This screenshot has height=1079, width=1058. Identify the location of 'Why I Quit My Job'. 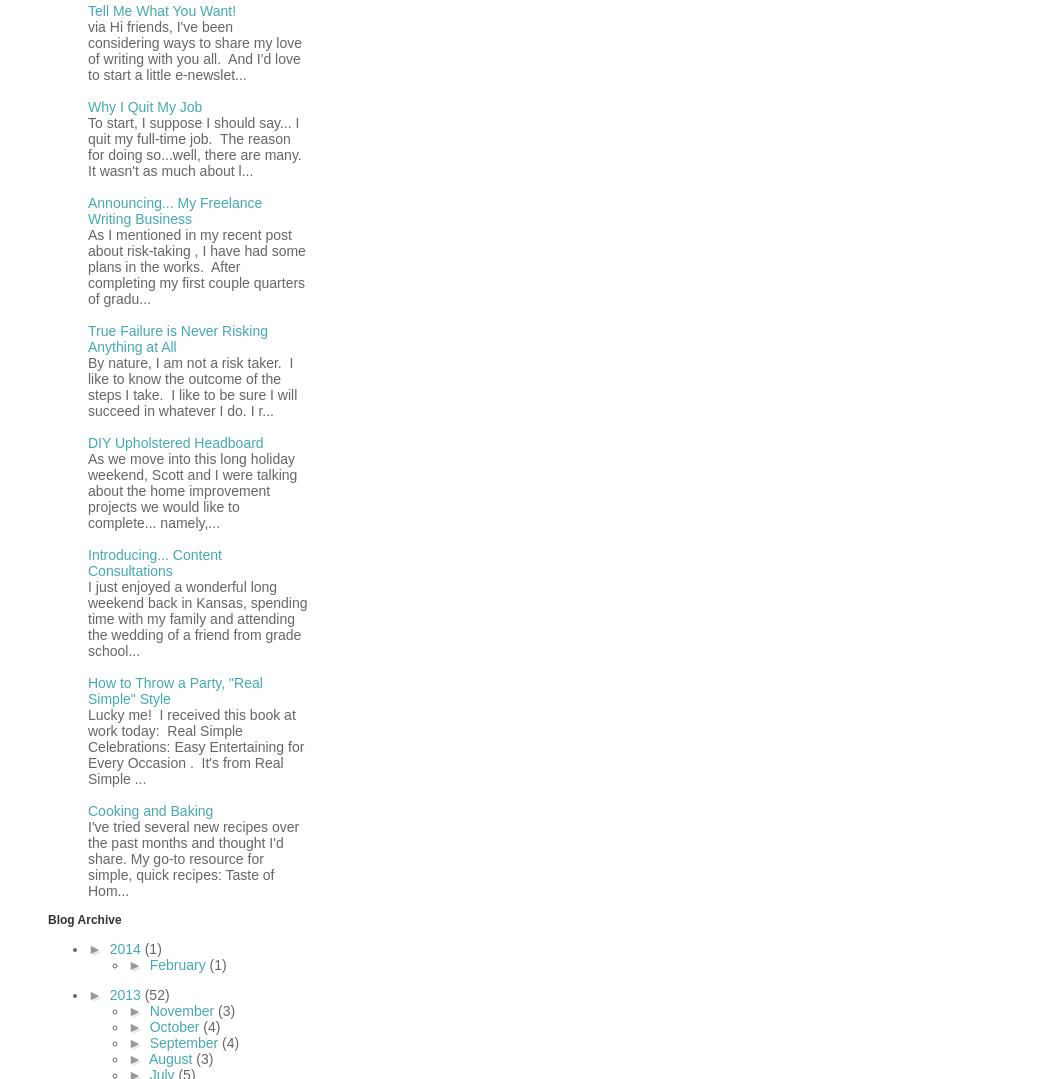
(144, 105).